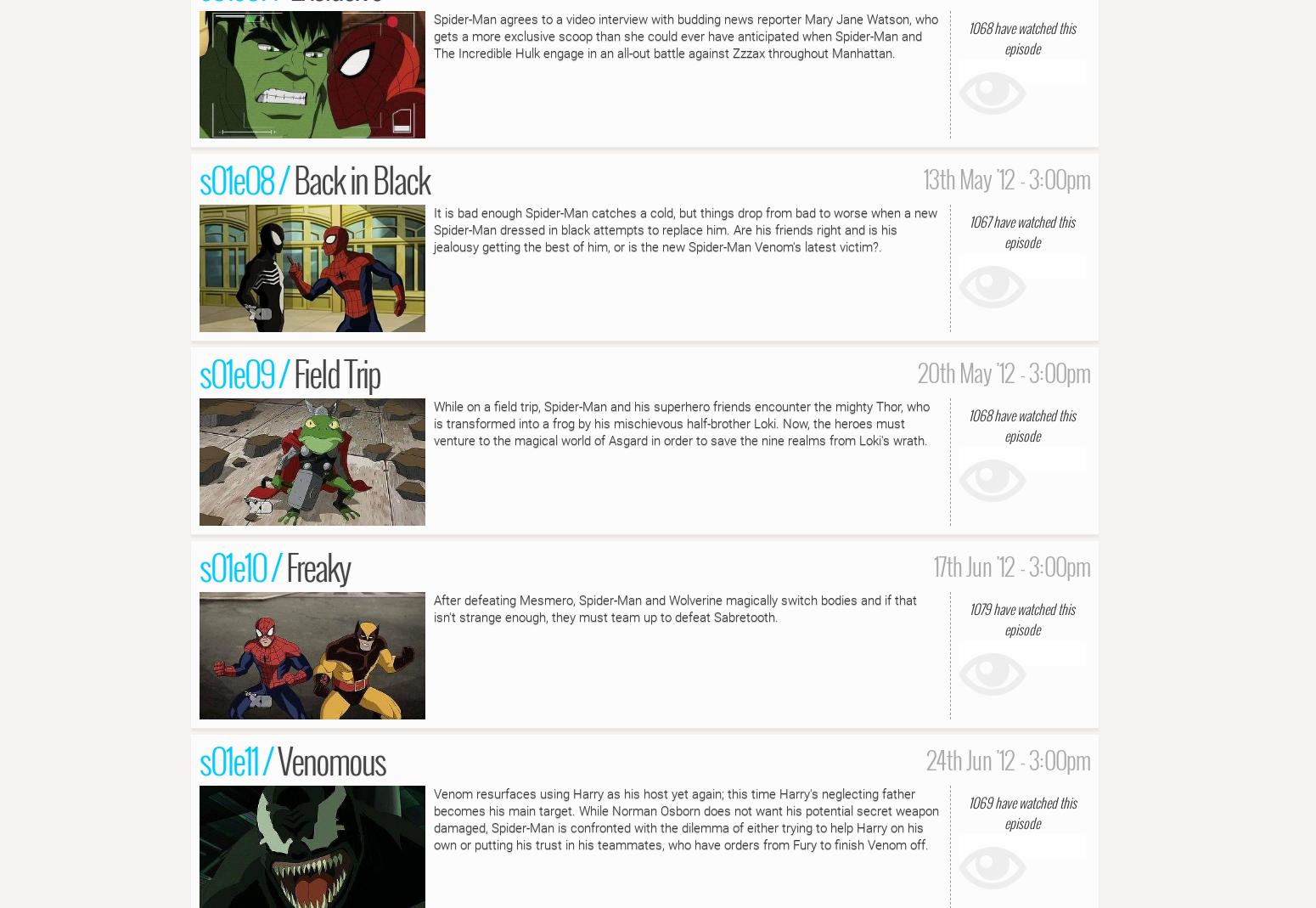 The width and height of the screenshot is (1316, 908). What do you see at coordinates (331, 759) in the screenshot?
I see `'Venomous'` at bounding box center [331, 759].